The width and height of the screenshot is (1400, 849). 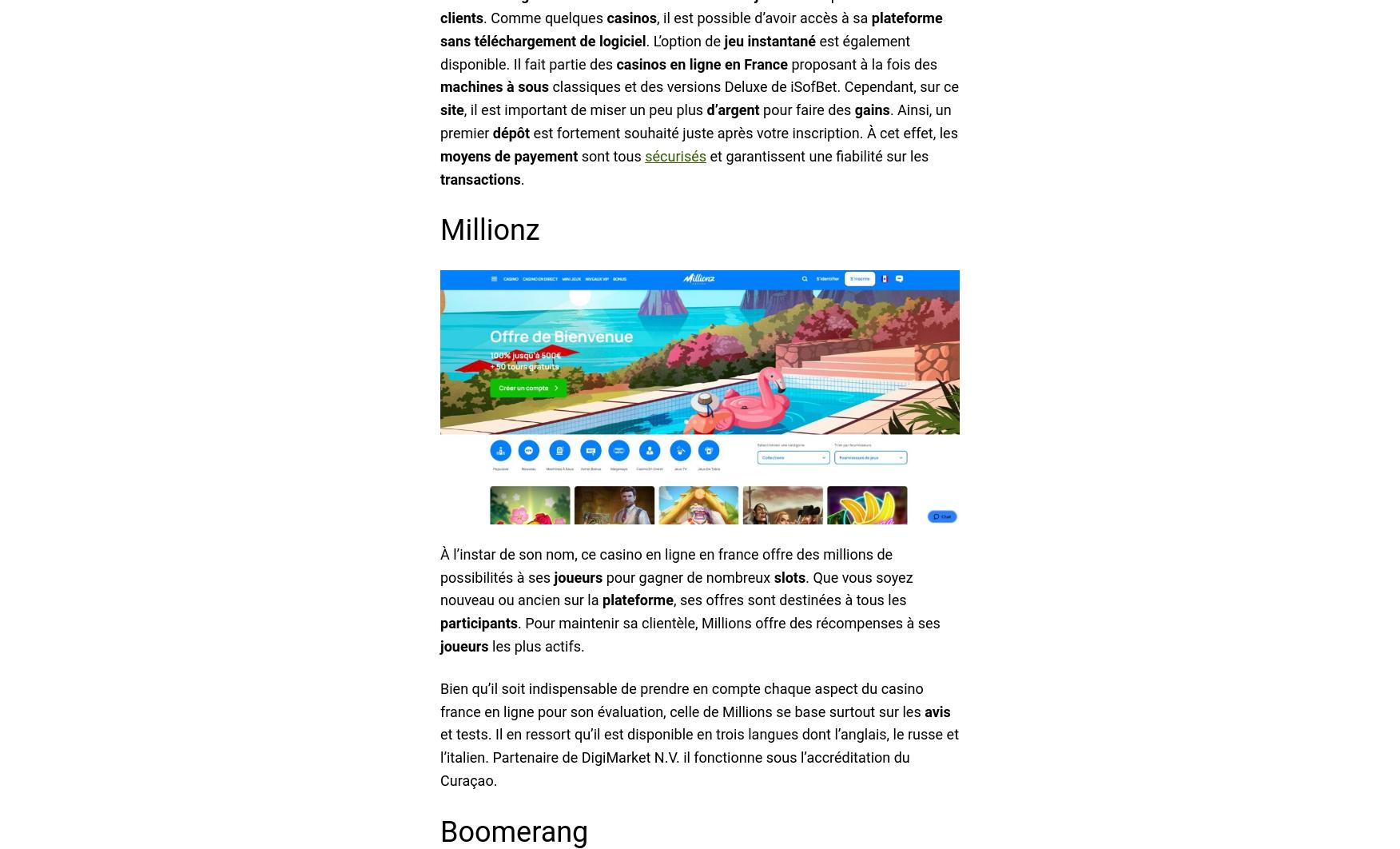 What do you see at coordinates (817, 155) in the screenshot?
I see `'et garantissent une fiabilité sur les'` at bounding box center [817, 155].